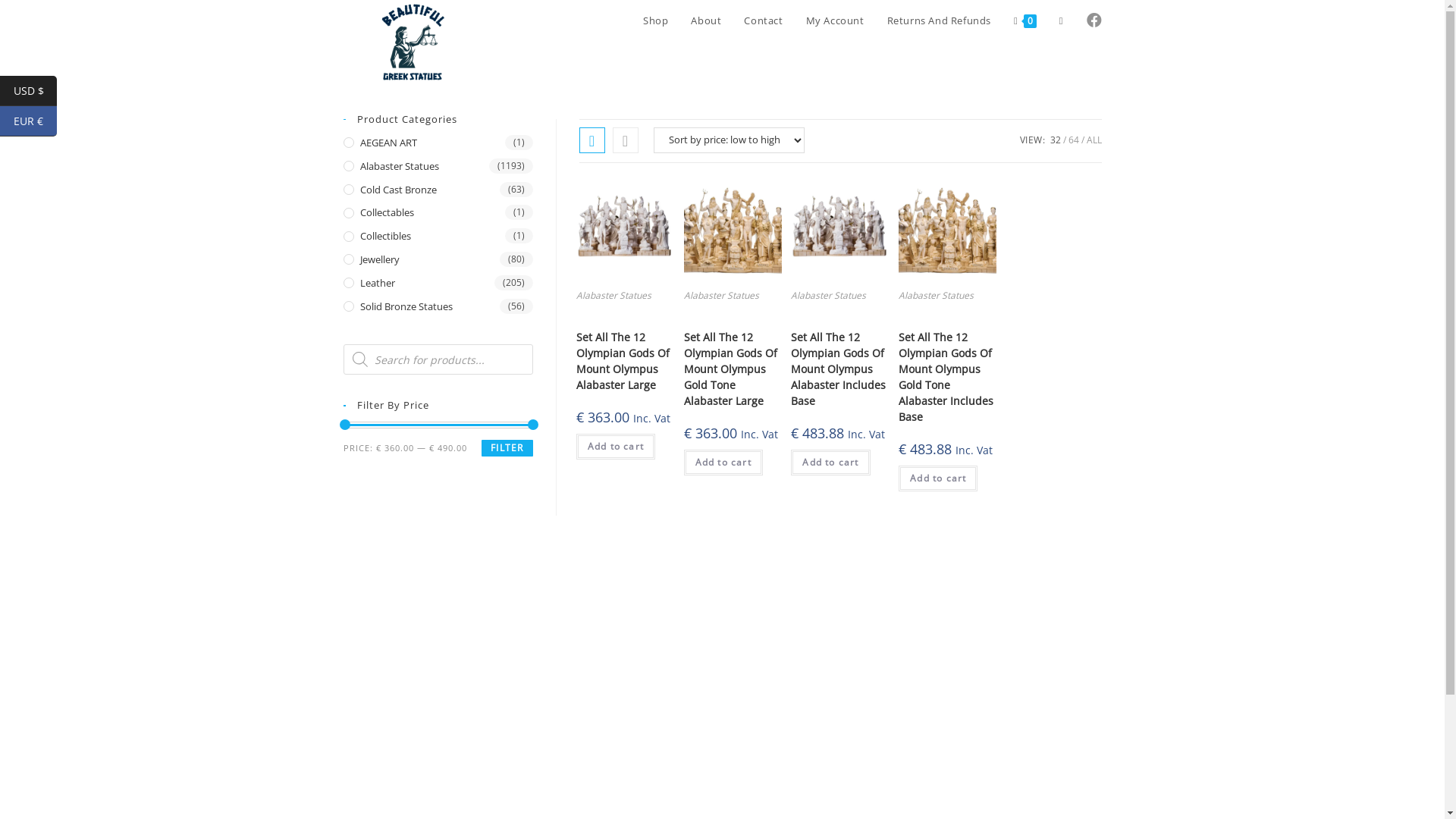  Describe the element at coordinates (507, 447) in the screenshot. I see `'FILTER'` at that location.